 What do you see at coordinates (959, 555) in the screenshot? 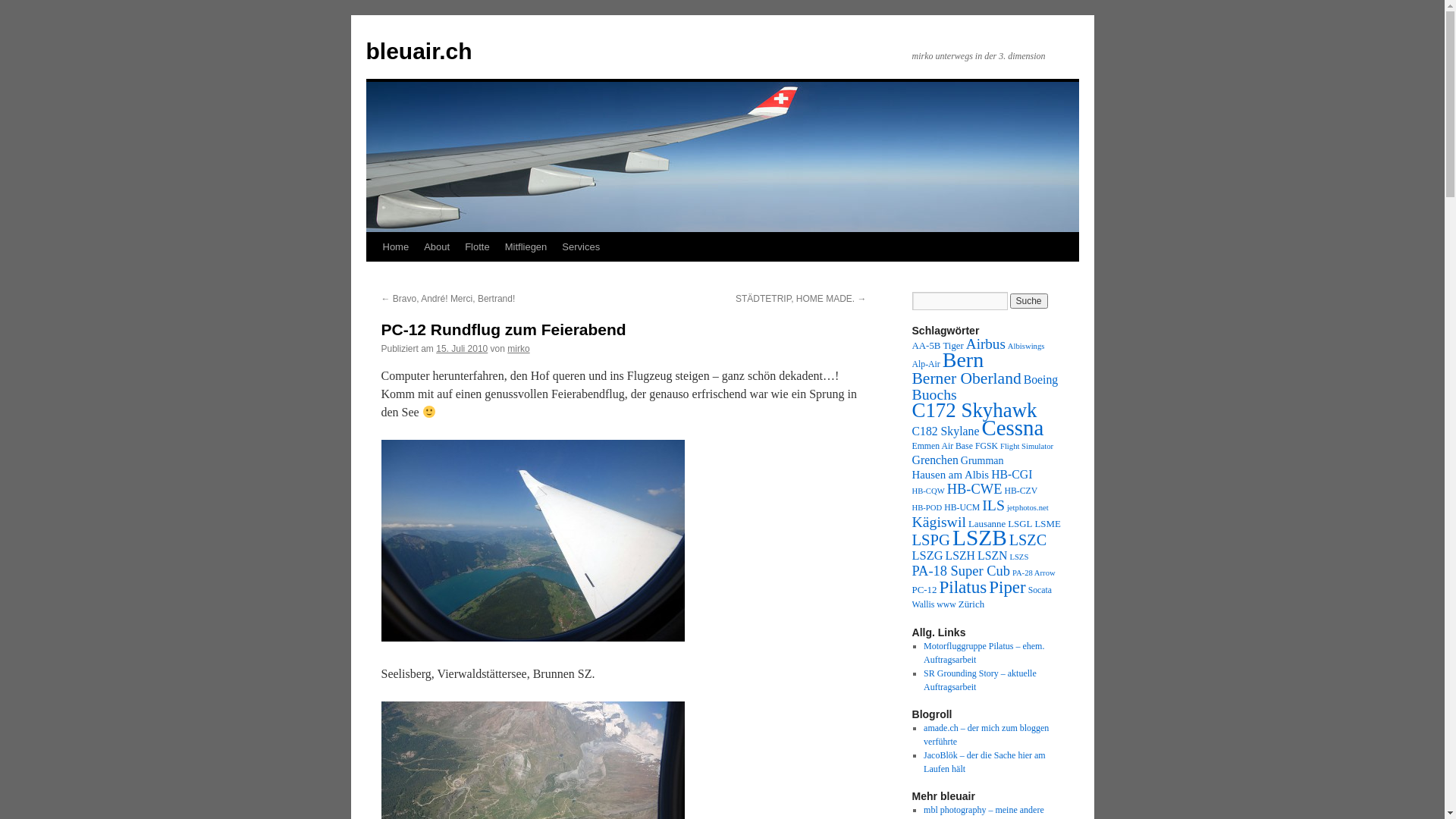
I see `'LSZH'` at bounding box center [959, 555].